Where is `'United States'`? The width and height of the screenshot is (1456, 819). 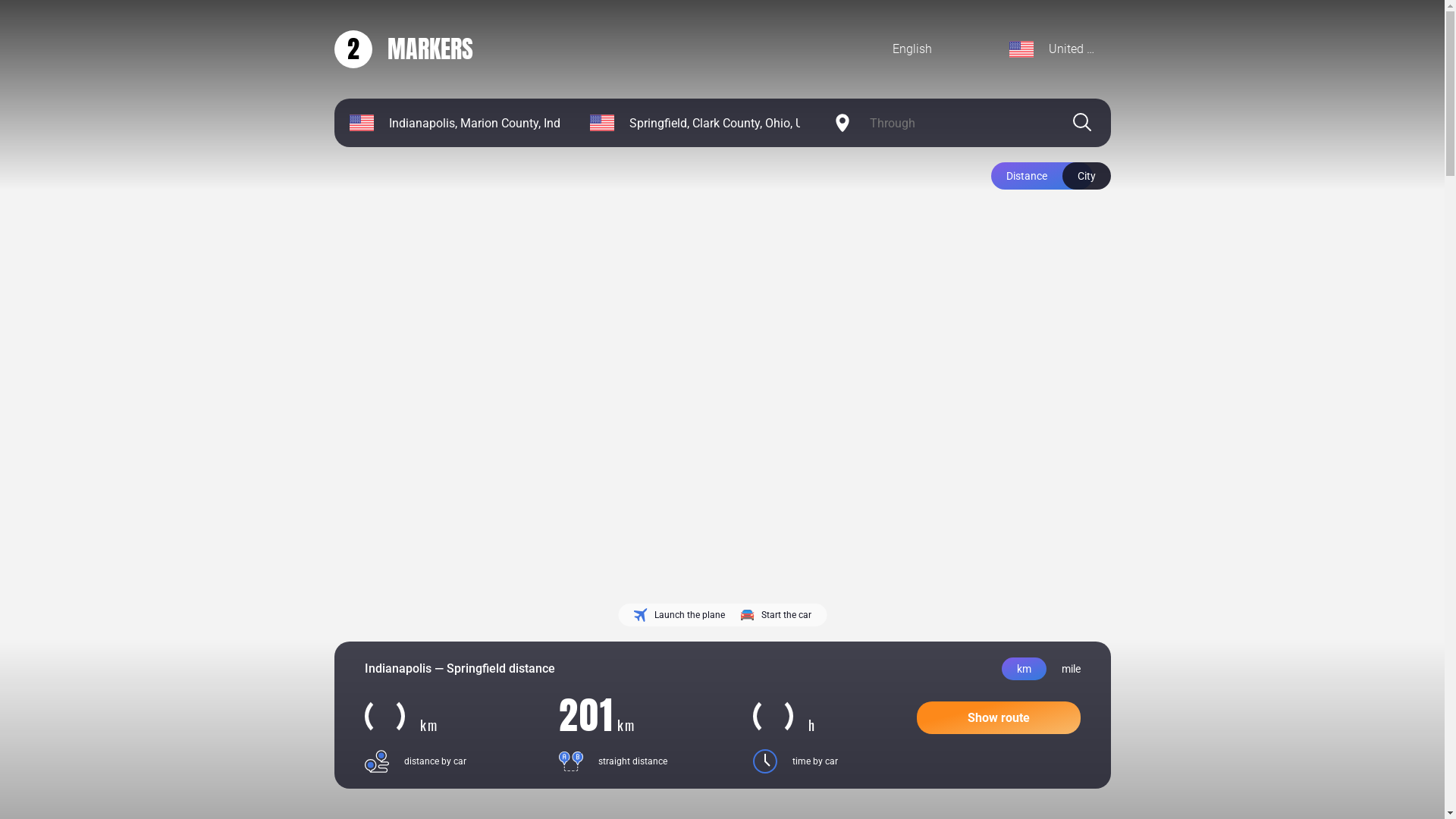 'United States' is located at coordinates (1051, 49).